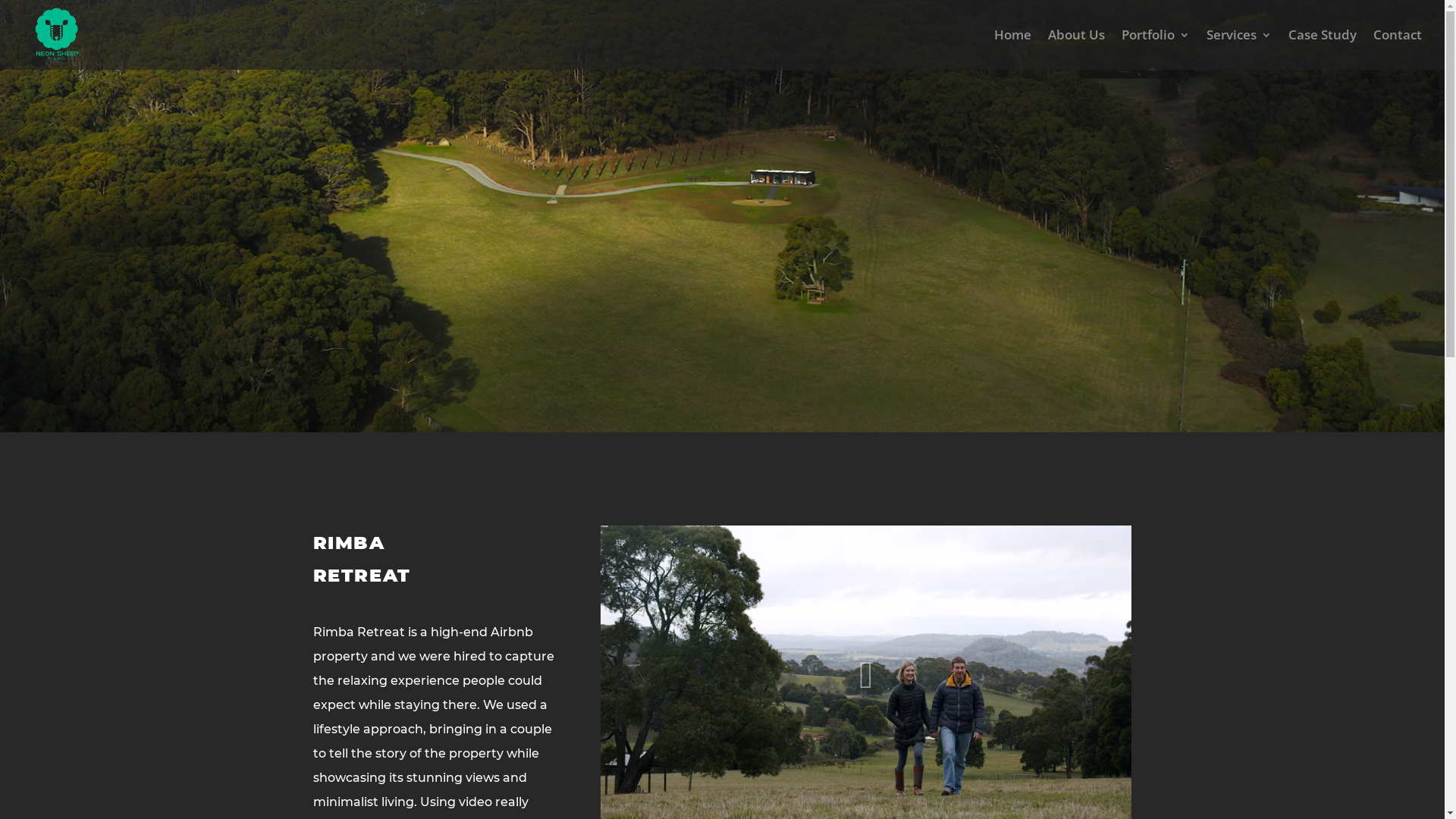 The width and height of the screenshot is (1456, 819). I want to click on 'About Us', so click(1075, 49).